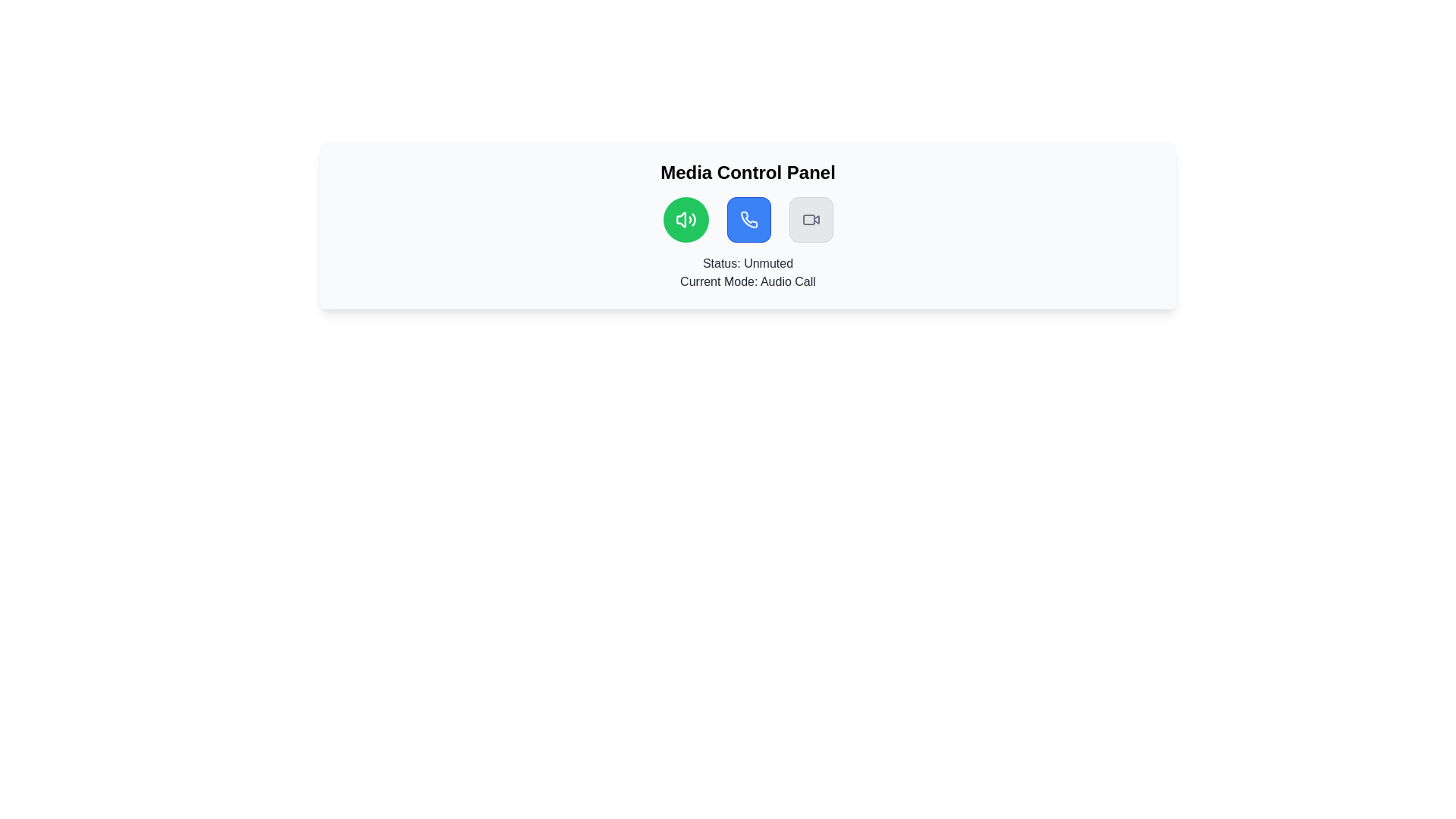  I want to click on the phone icon located in the middle blue button of the row beneath the 'Media Control Panel' label, so click(748, 219).